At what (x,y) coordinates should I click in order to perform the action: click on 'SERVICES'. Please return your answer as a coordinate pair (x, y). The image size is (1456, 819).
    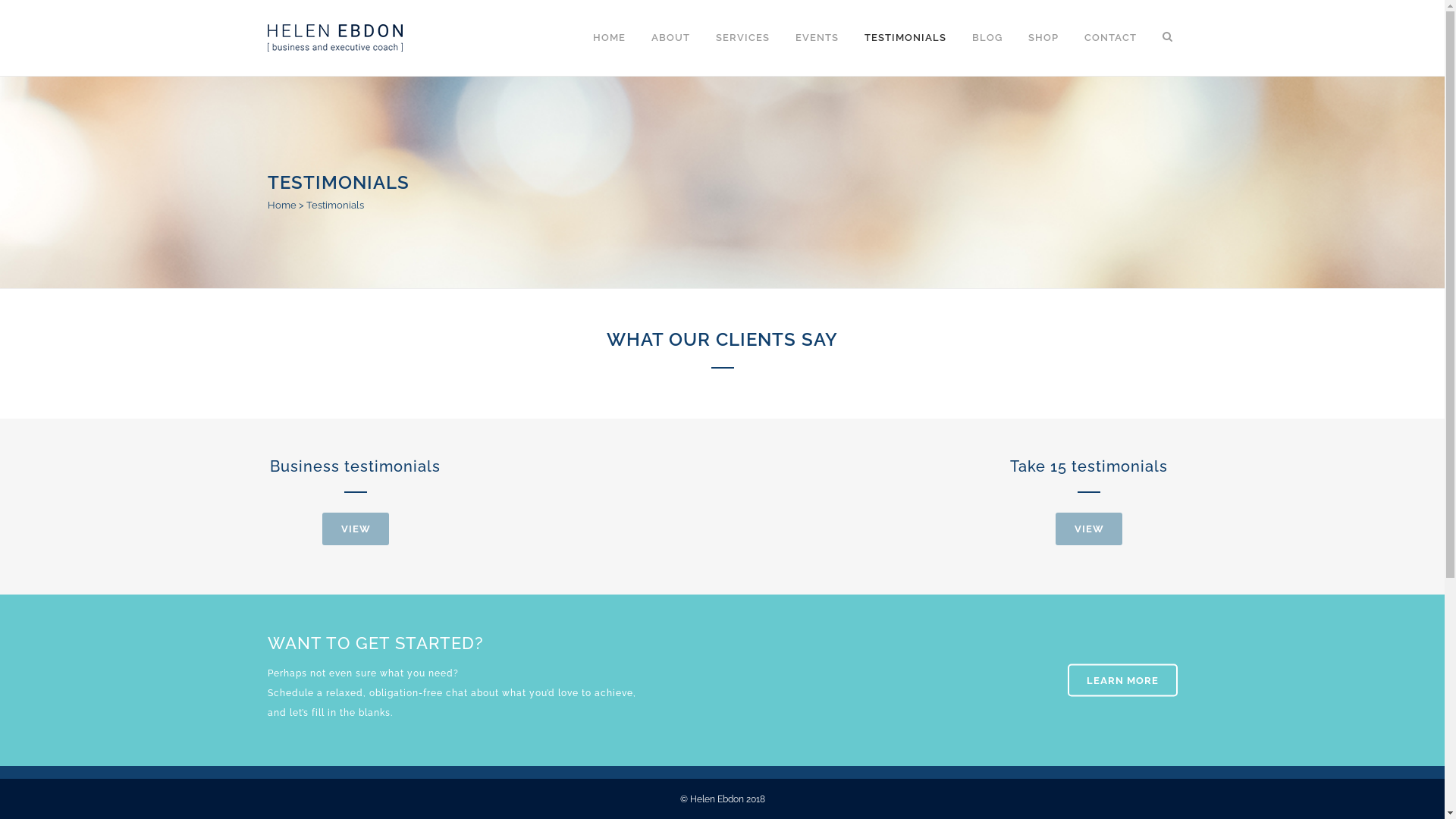
    Looking at the image, I should click on (742, 37).